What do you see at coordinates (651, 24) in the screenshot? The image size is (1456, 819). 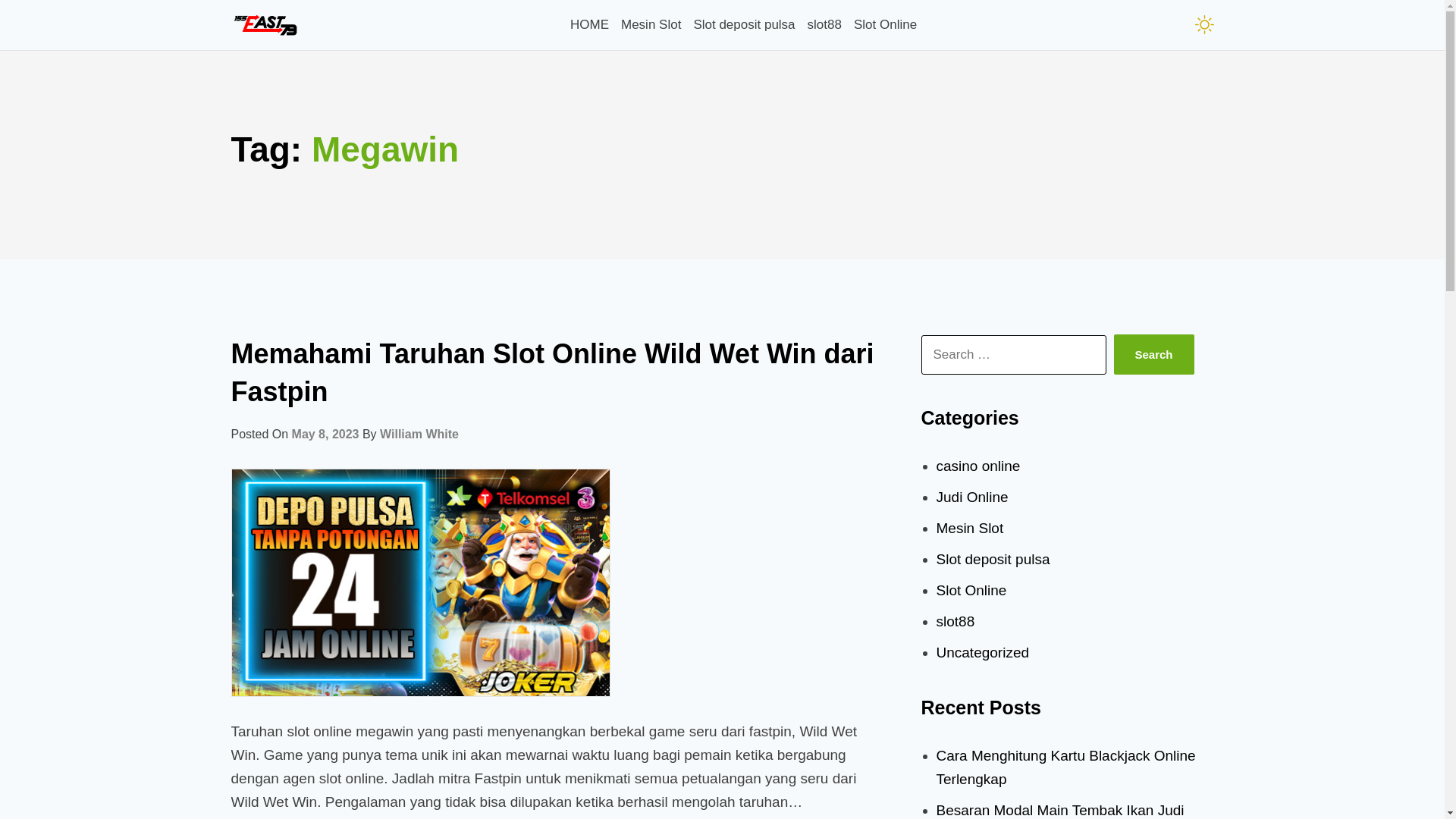 I see `'Mesin Slot'` at bounding box center [651, 24].